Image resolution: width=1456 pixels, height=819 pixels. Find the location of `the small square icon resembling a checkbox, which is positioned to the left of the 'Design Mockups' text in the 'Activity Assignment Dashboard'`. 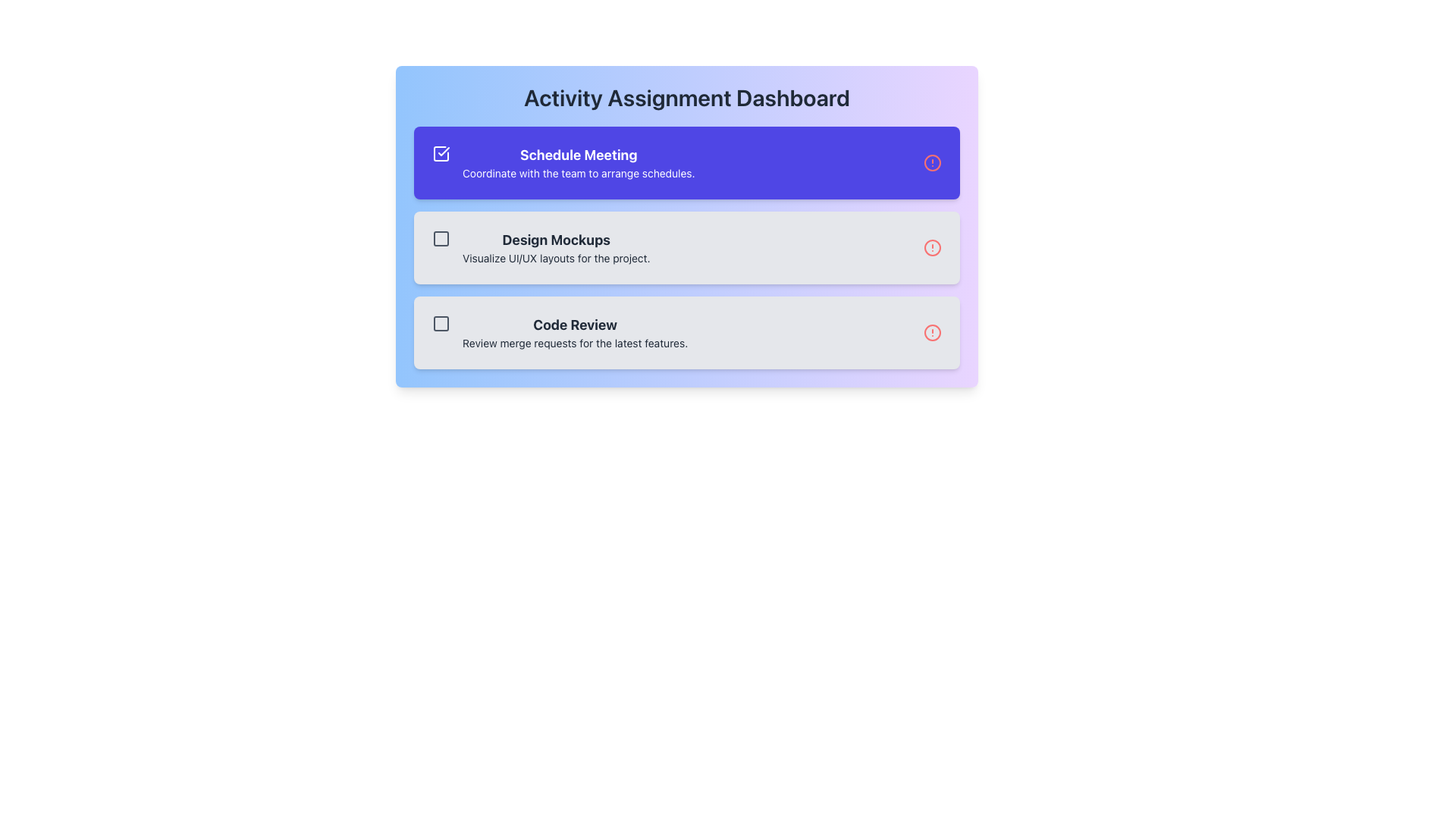

the small square icon resembling a checkbox, which is positioned to the left of the 'Design Mockups' text in the 'Activity Assignment Dashboard' is located at coordinates (440, 239).